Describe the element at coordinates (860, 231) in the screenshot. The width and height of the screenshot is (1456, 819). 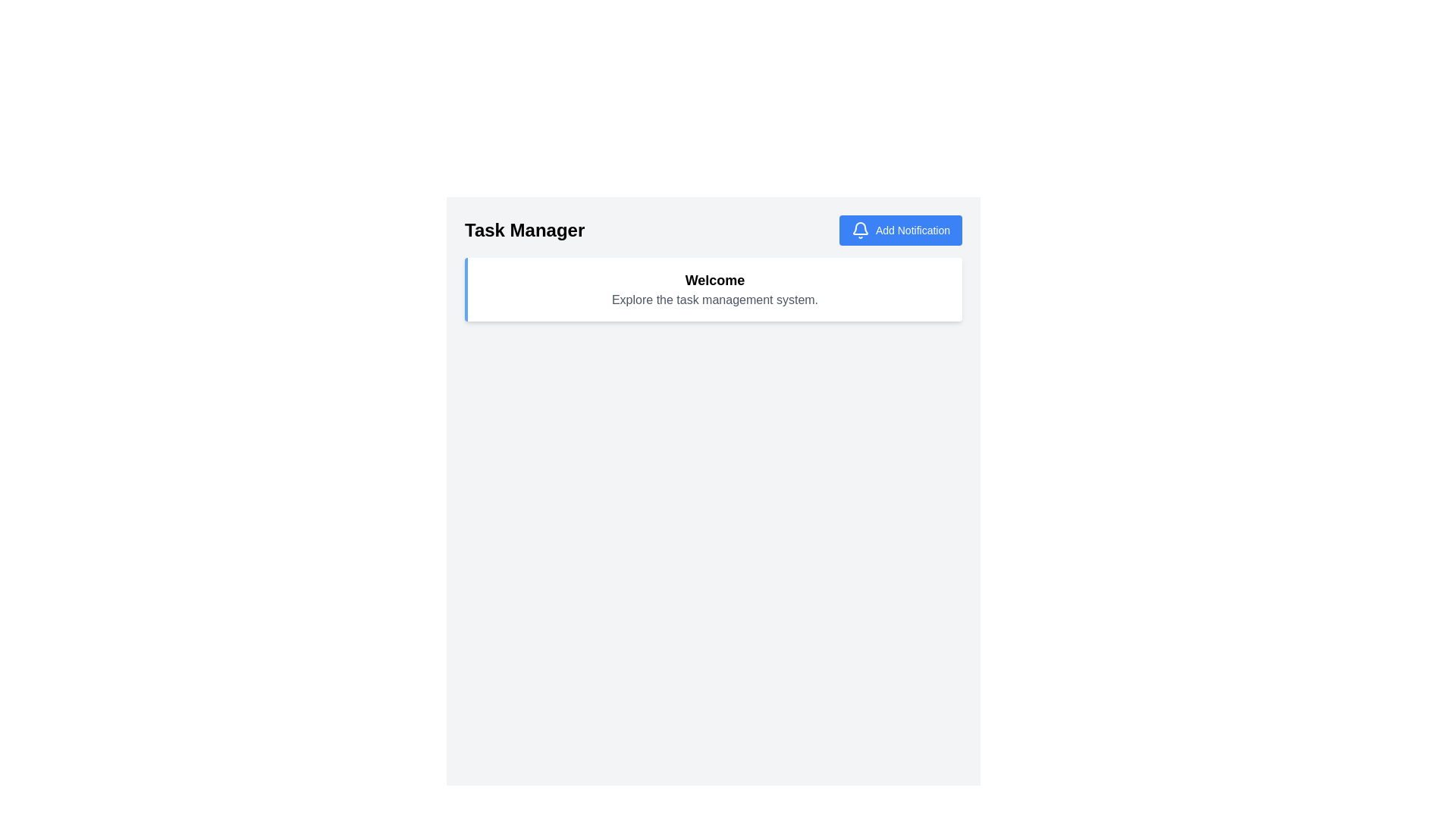
I see `the bell icon located at the start of the 'Add Notification' button in the top-right corner of the interface` at that location.